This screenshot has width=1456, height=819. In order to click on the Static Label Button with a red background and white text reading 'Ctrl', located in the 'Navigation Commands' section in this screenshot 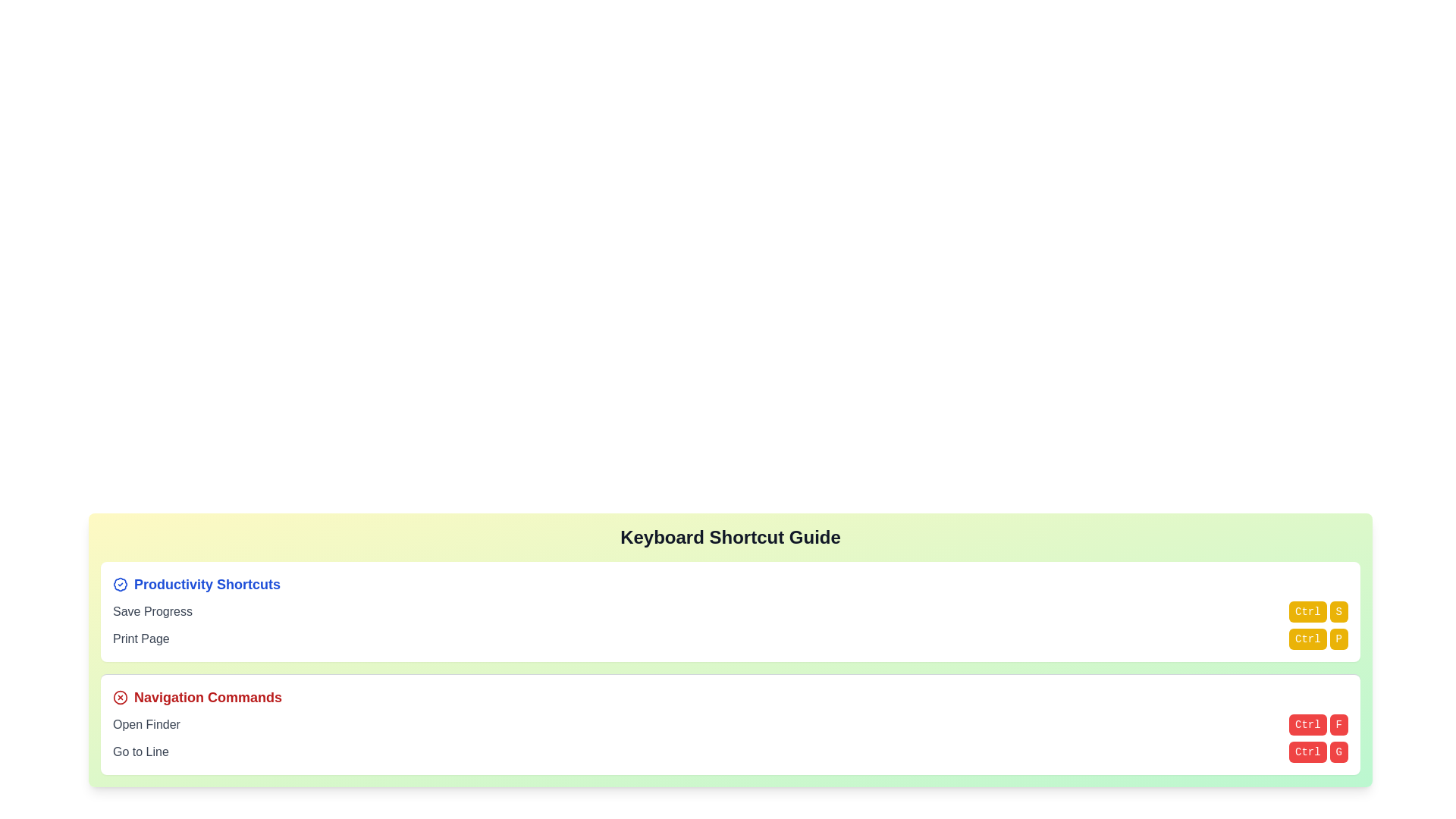, I will do `click(1307, 752)`.